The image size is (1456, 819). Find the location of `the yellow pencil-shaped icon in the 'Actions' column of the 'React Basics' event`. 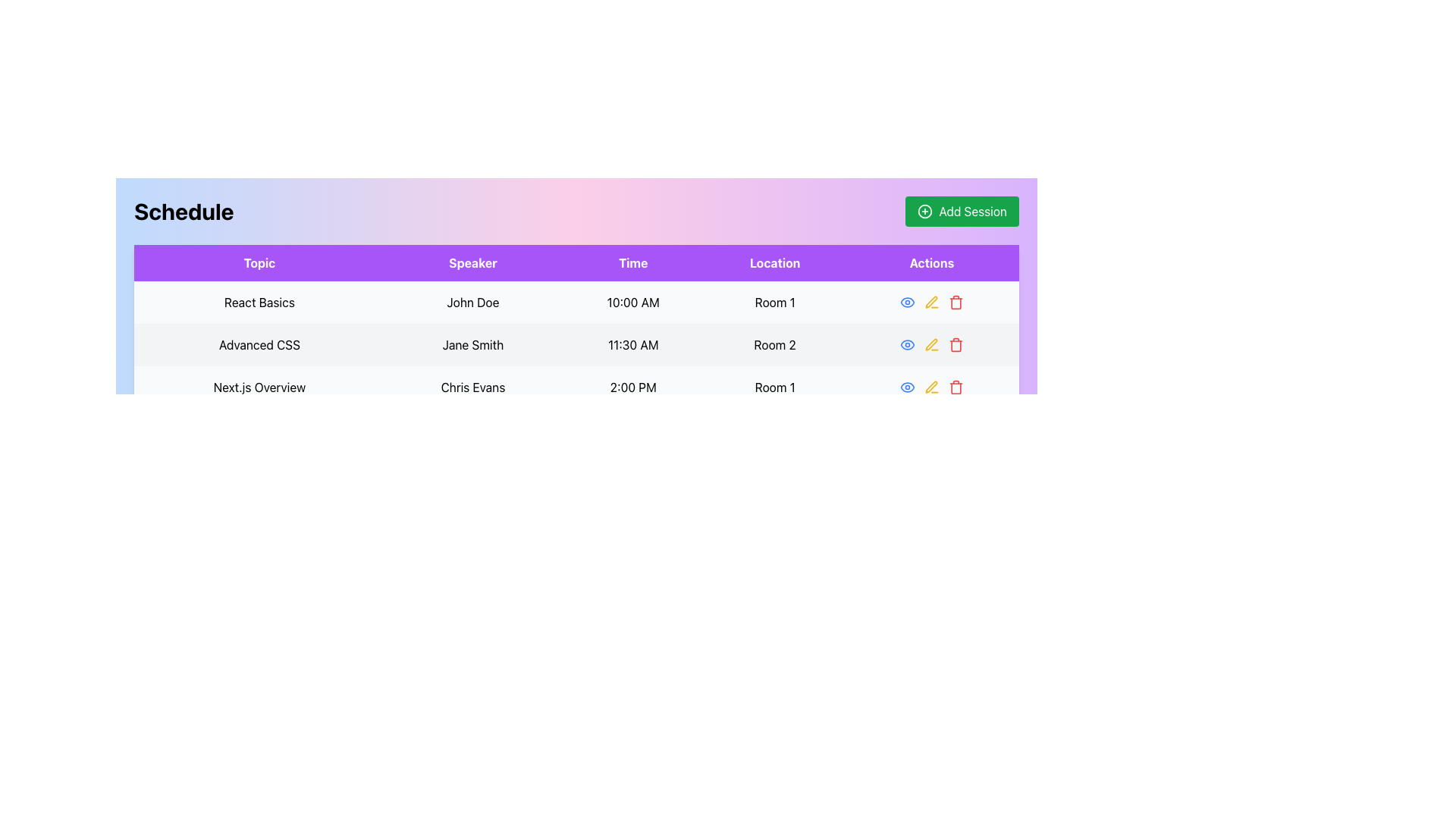

the yellow pencil-shaped icon in the 'Actions' column of the 'React Basics' event is located at coordinates (930, 302).